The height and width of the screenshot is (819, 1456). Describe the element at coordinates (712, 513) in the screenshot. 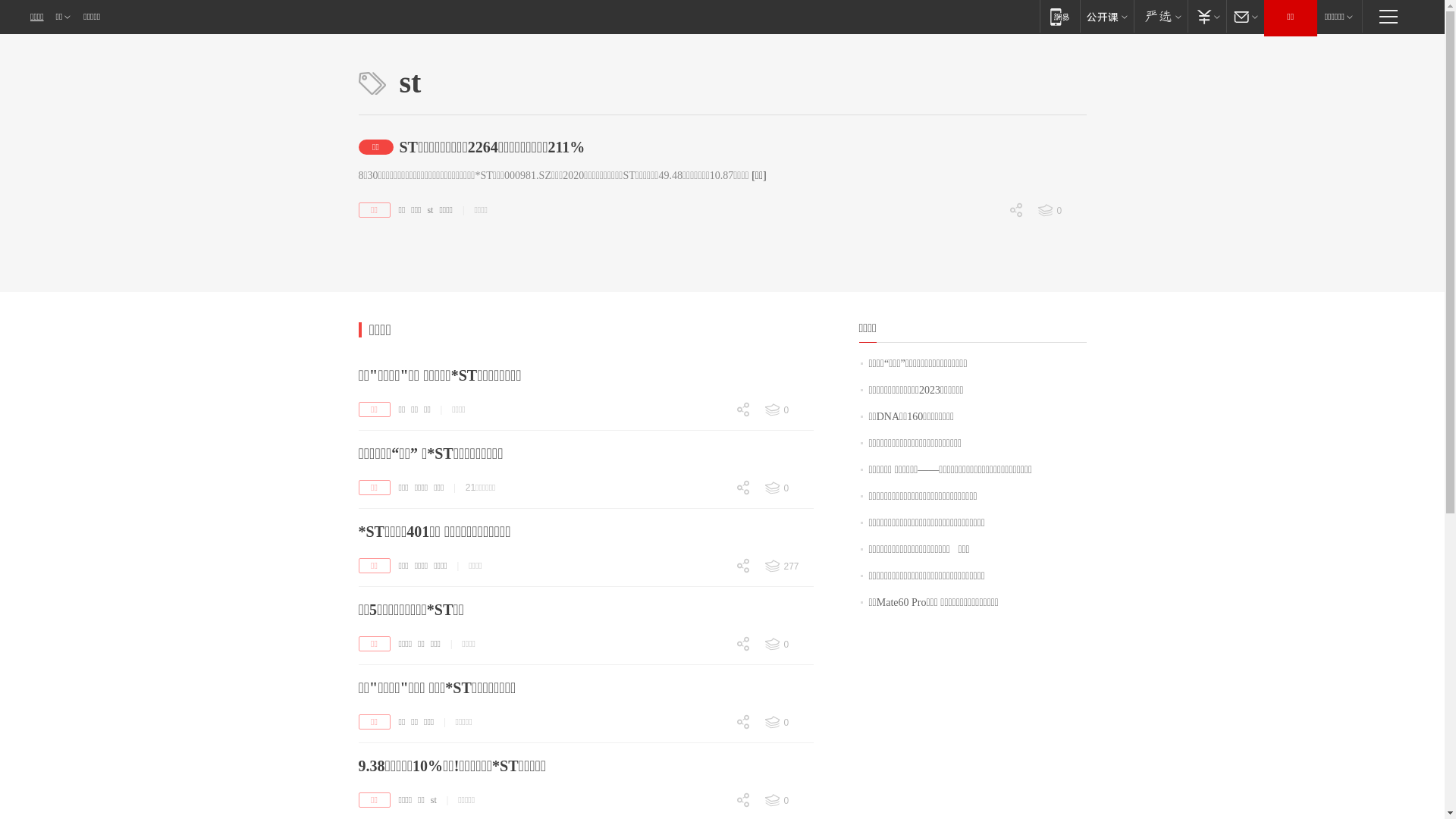

I see `'0'` at that location.